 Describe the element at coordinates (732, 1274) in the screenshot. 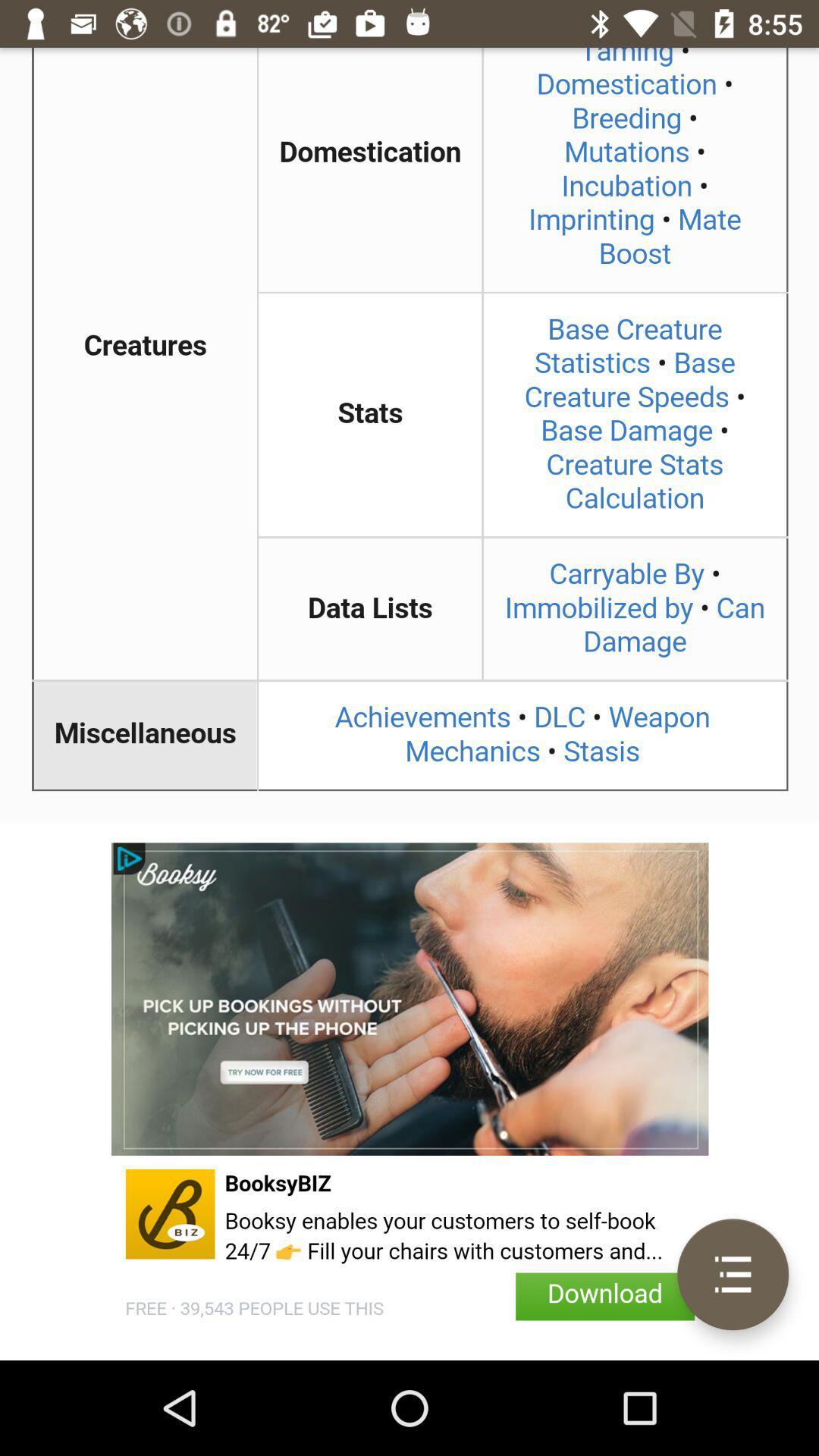

I see `options setting` at that location.